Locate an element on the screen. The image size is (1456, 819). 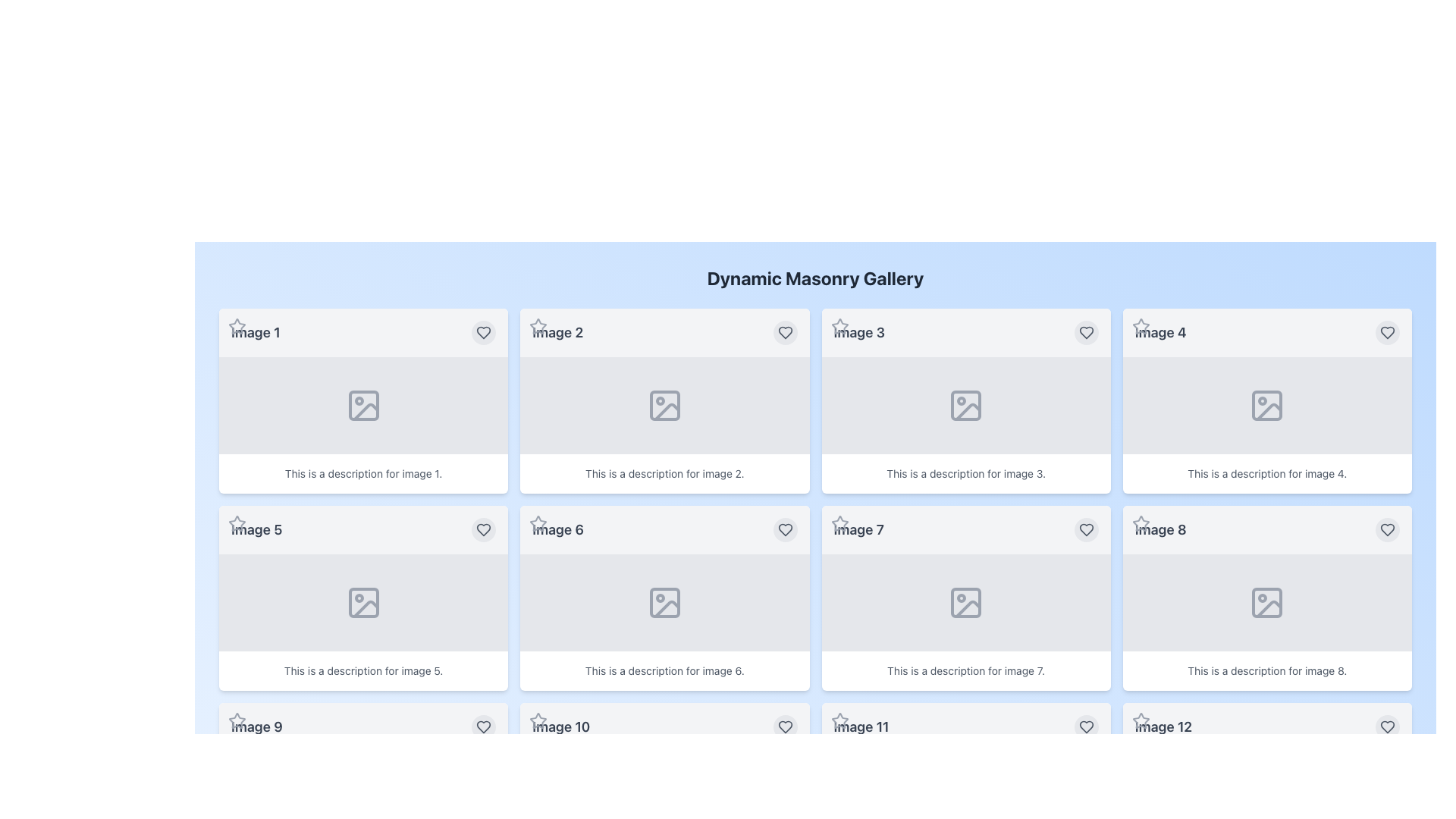
the circular button with a filled heart icon inside it, located in the bottom-right corner of the card labeled 'Image 10', to favorite is located at coordinates (785, 726).